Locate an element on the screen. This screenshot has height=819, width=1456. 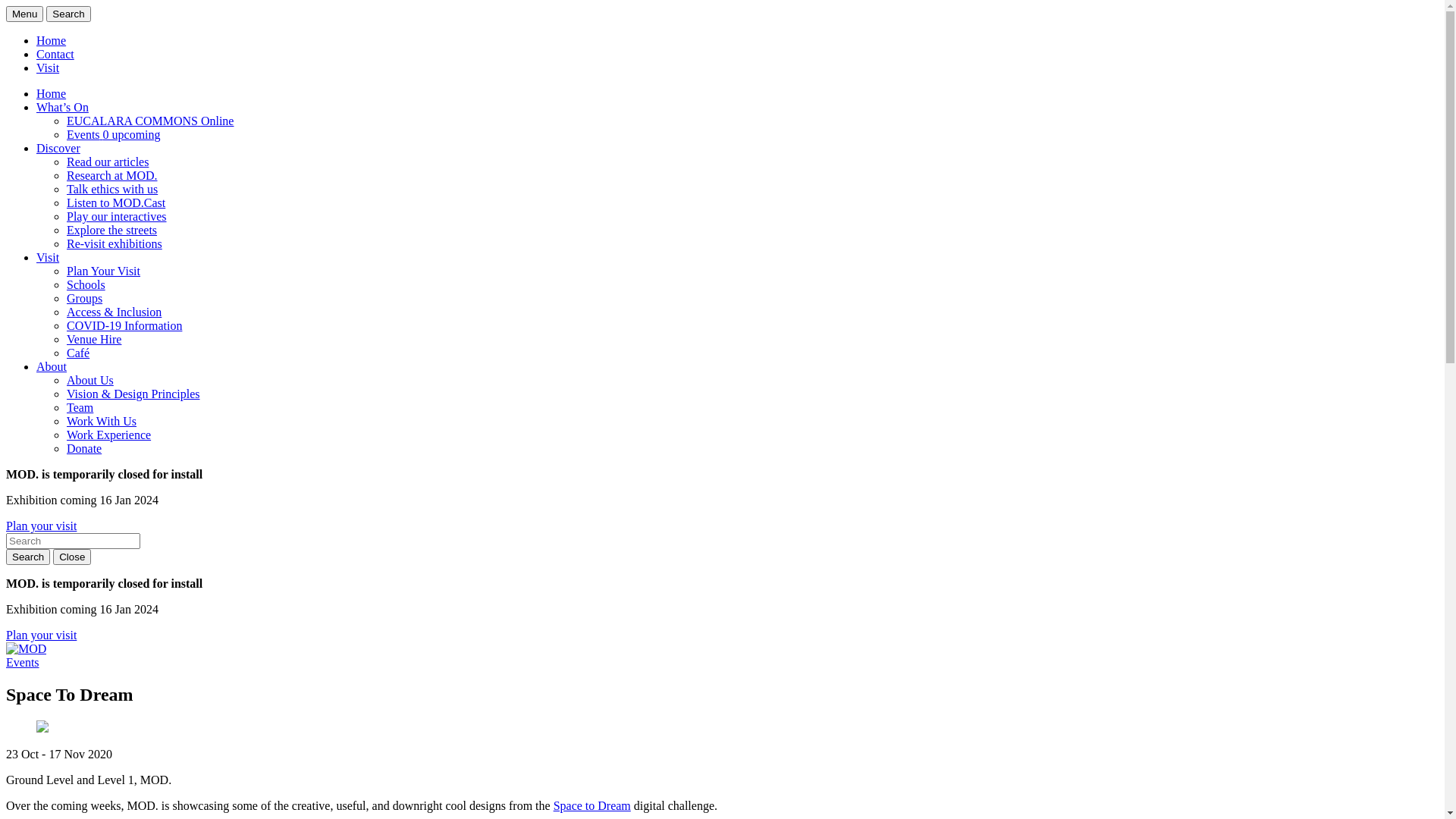
'Events' is located at coordinates (22, 661).